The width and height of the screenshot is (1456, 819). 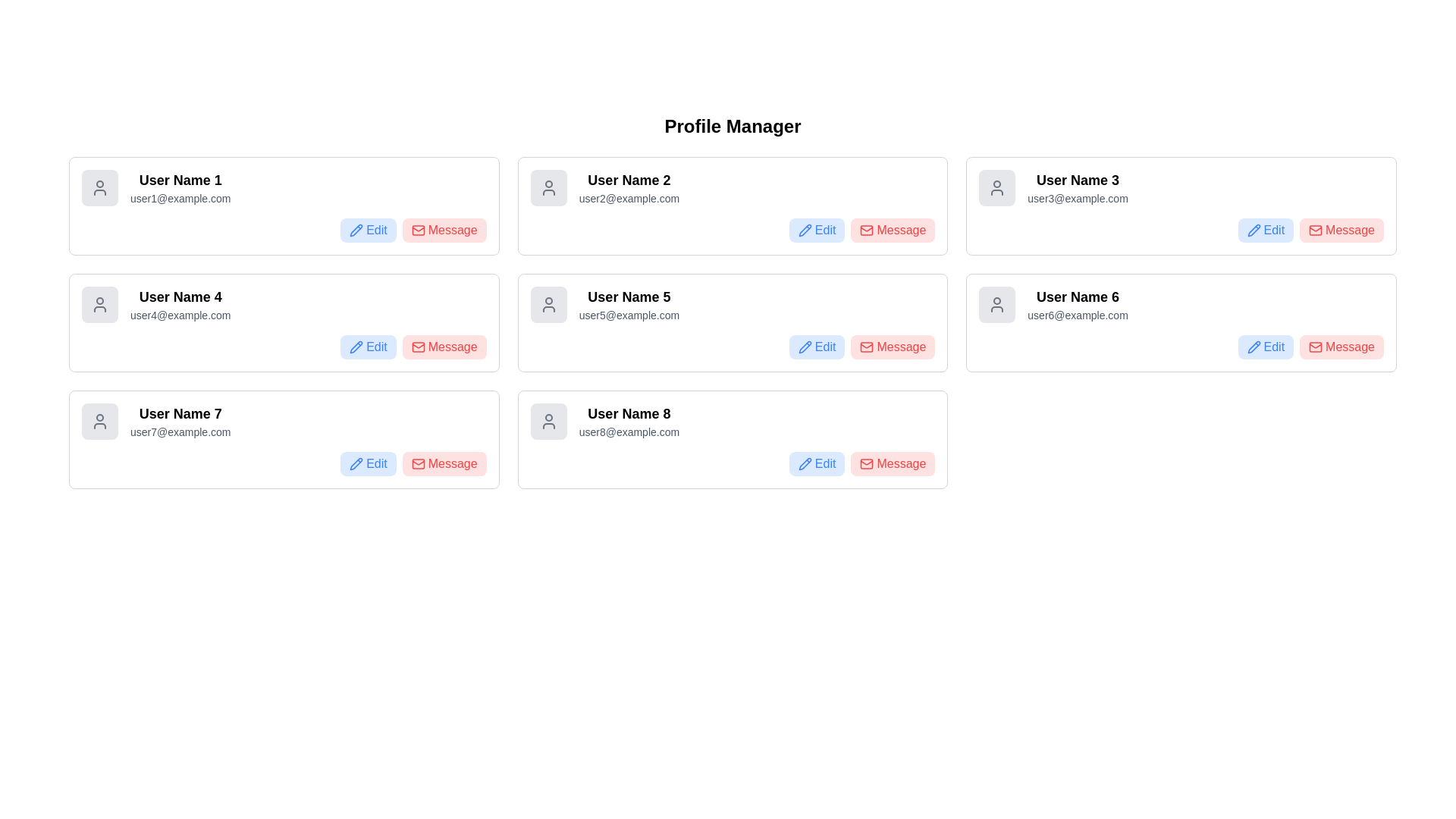 What do you see at coordinates (284, 347) in the screenshot?
I see `the 'Message' button in the button group located at the bottom-right corner inside the box labeled 'User Name 4' and 'user4@example.com'` at bounding box center [284, 347].